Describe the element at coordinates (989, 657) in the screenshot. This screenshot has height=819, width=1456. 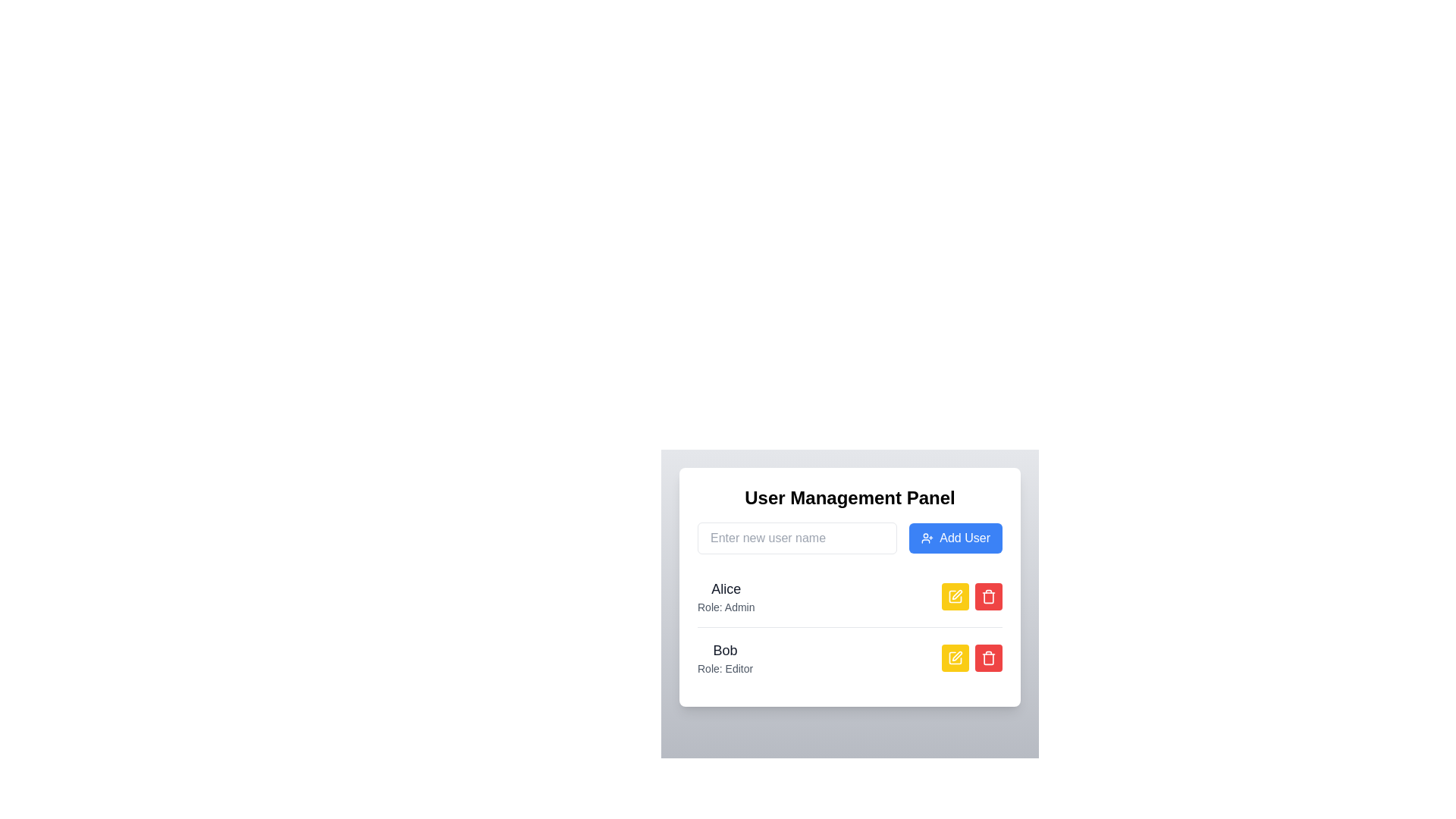
I see `the delete button located next to the user 'Bob' in the bottom row of the user list to observe any hover effect` at that location.